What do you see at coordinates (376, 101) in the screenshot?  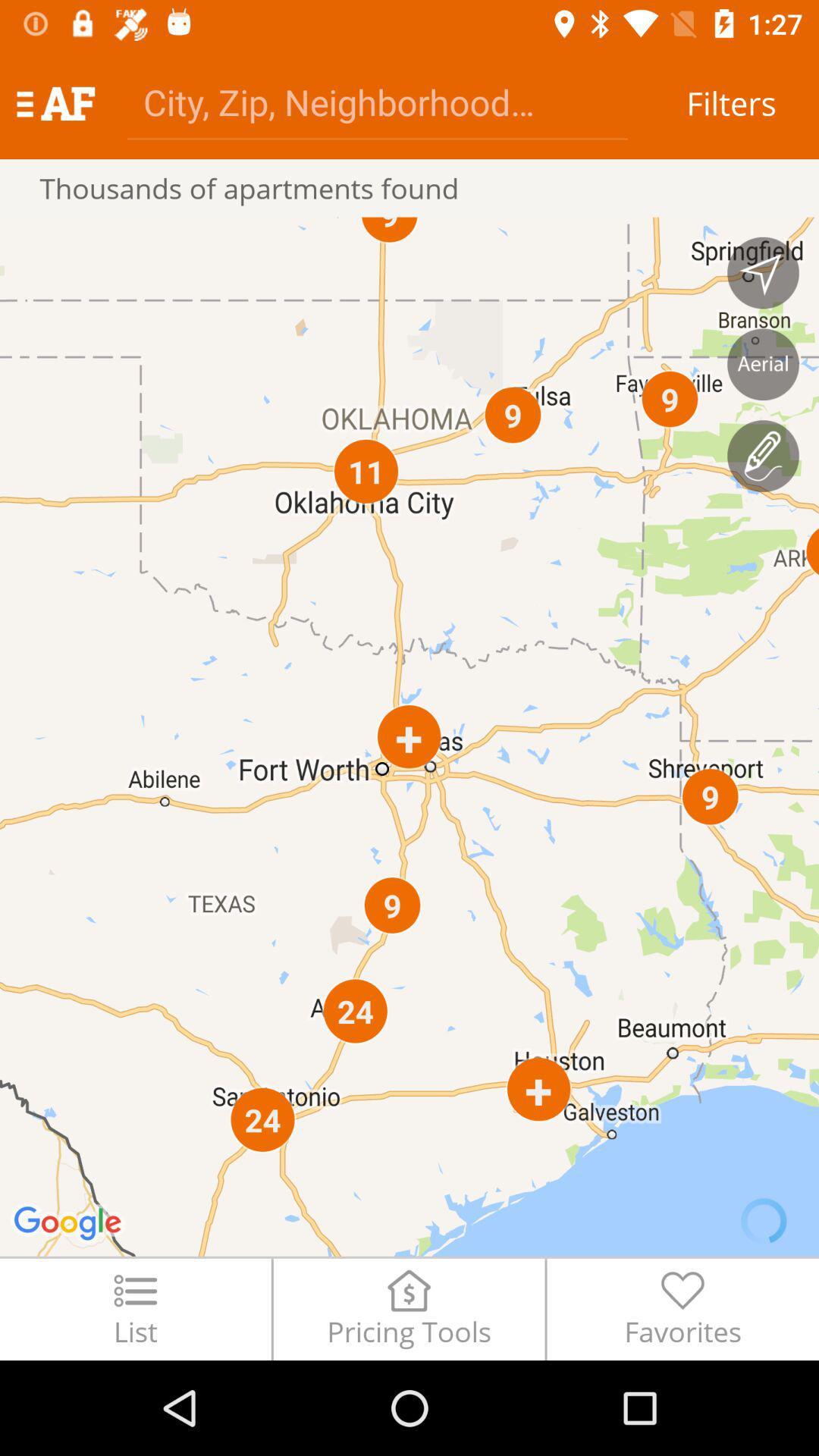 I see `the icon to the left of filters icon` at bounding box center [376, 101].